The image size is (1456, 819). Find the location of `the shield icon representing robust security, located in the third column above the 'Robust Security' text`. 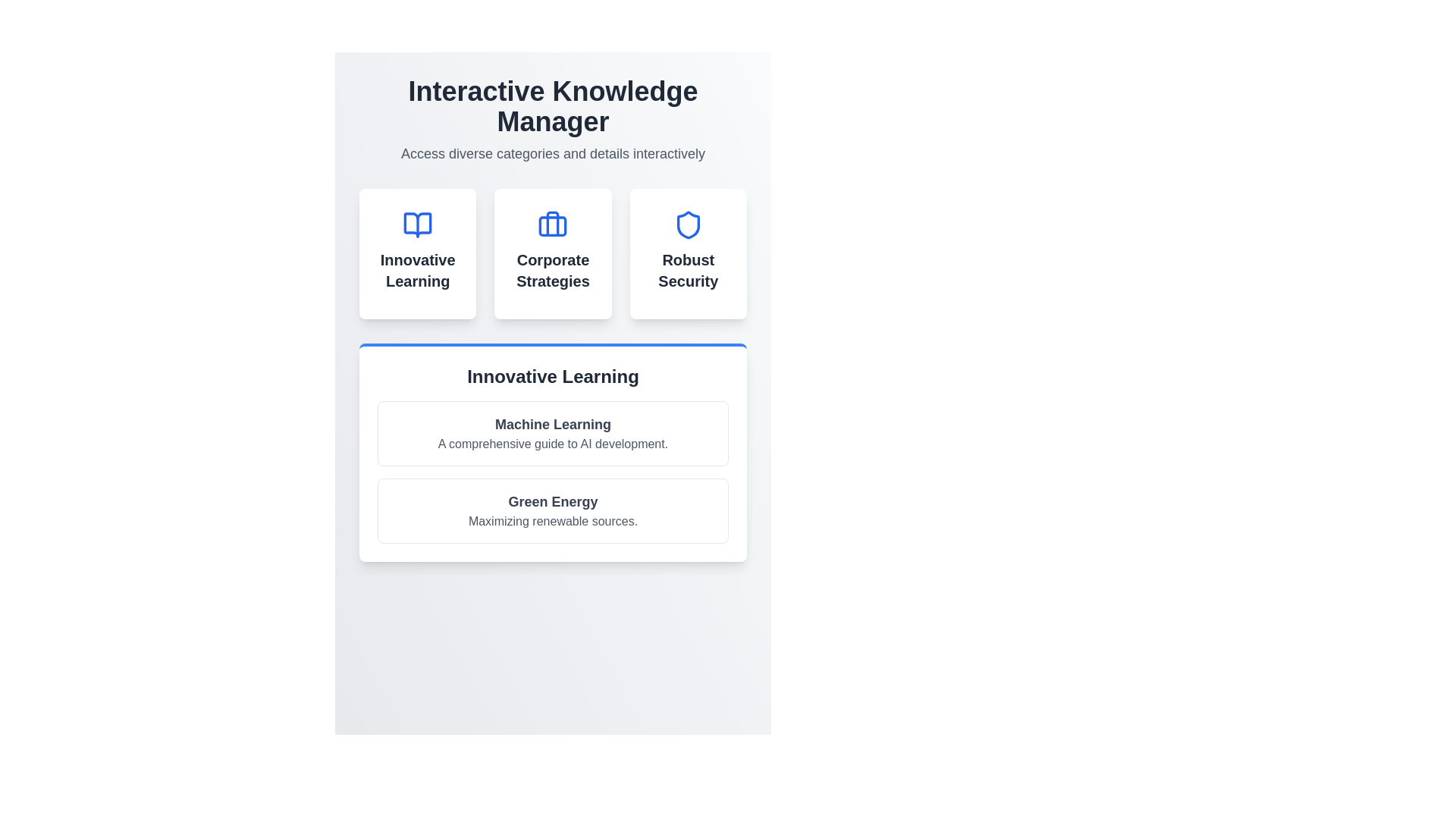

the shield icon representing robust security, located in the third column above the 'Robust Security' text is located at coordinates (687, 225).